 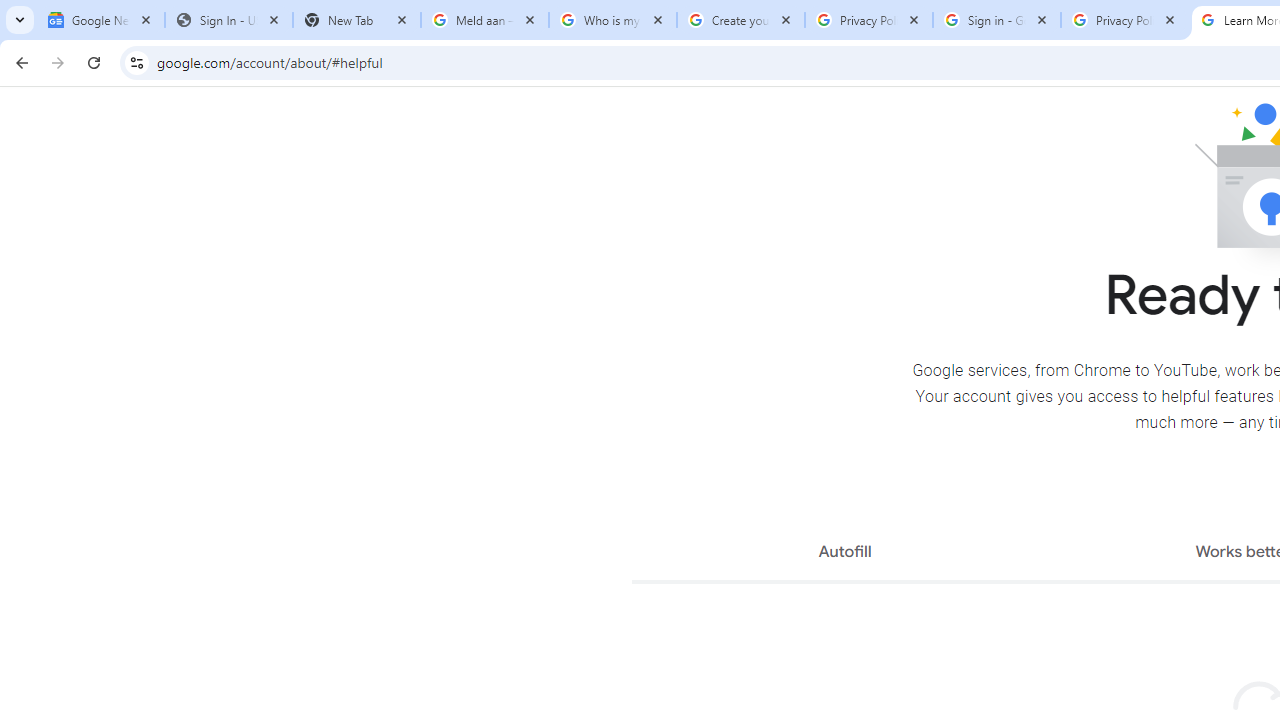 I want to click on 'Who is my administrator? - Google Account Help', so click(x=612, y=20).